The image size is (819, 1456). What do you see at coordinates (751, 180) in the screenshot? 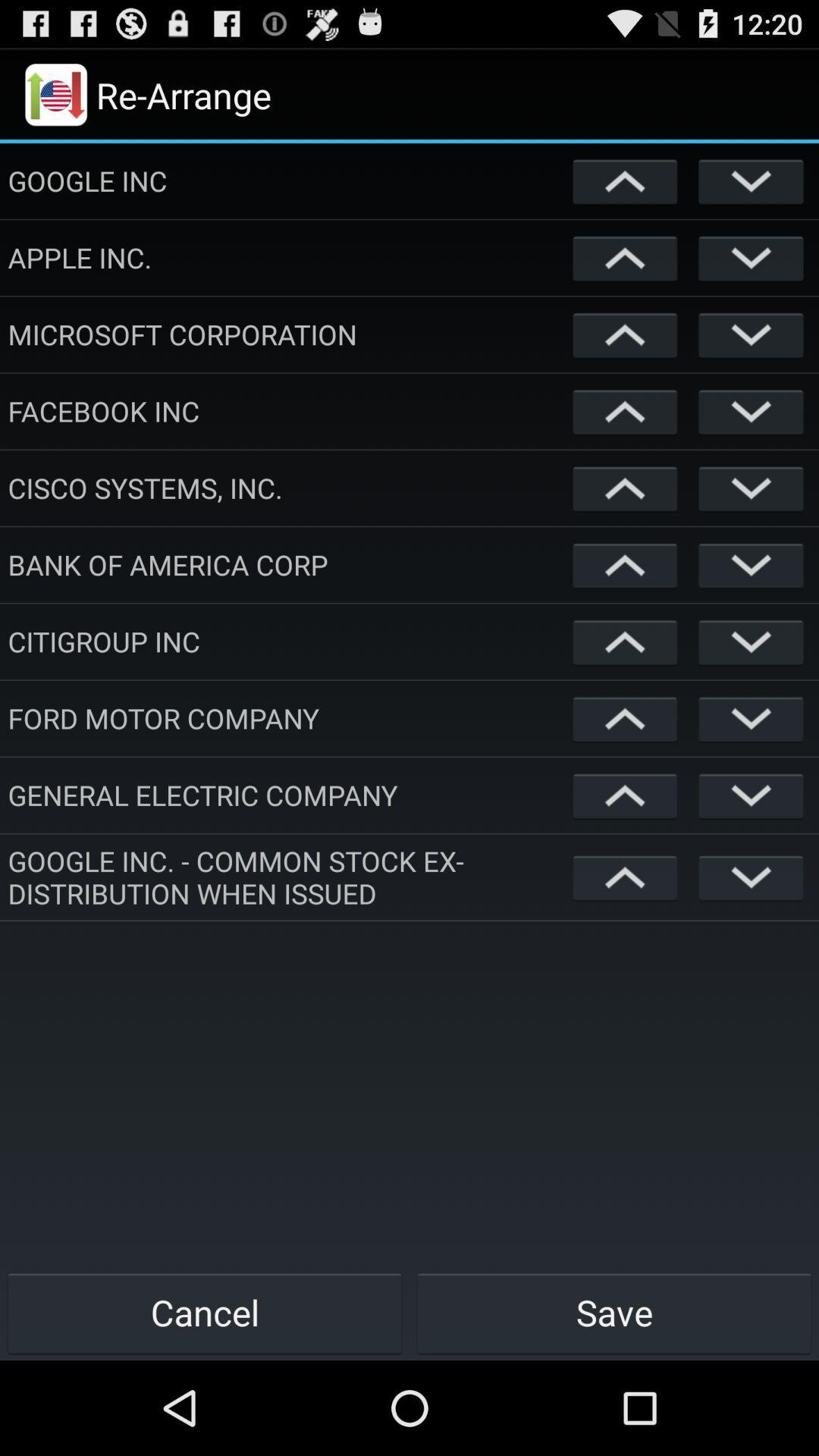
I see `down` at bounding box center [751, 180].